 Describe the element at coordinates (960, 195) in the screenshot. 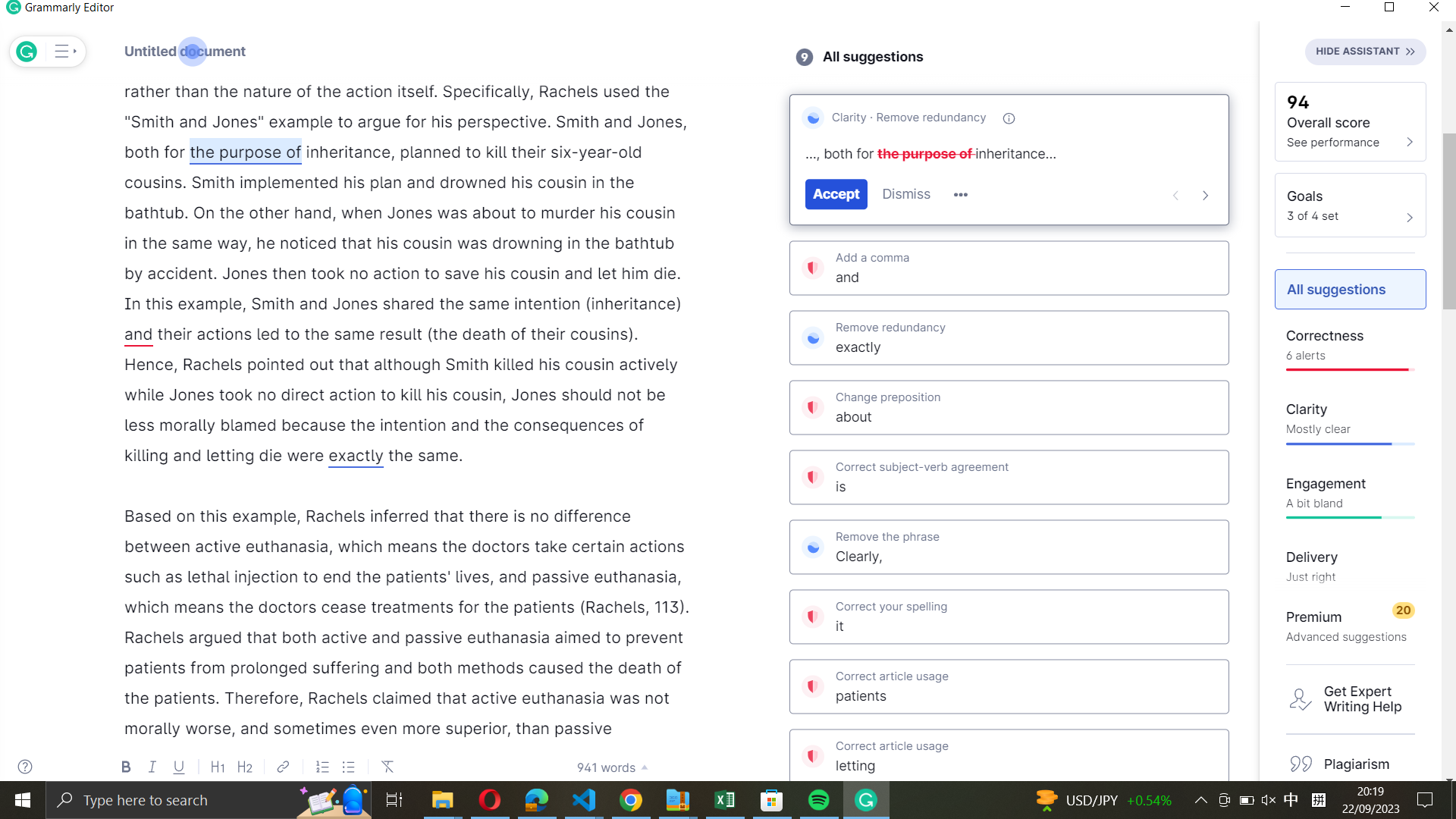

I see `View more options for Grammarly"s suggestions` at that location.